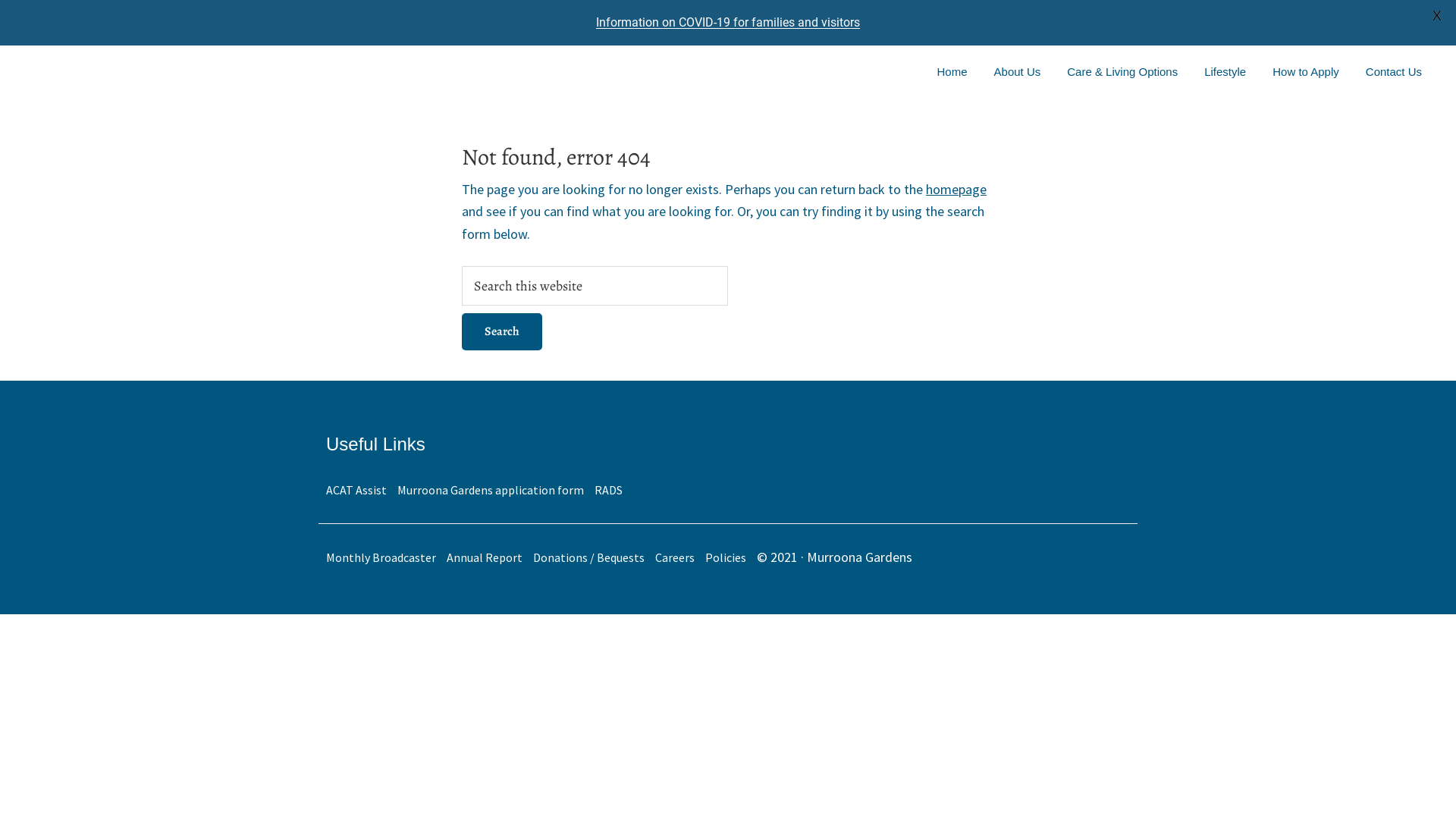  What do you see at coordinates (384, 557) in the screenshot?
I see `'Monthly Broadcaster'` at bounding box center [384, 557].